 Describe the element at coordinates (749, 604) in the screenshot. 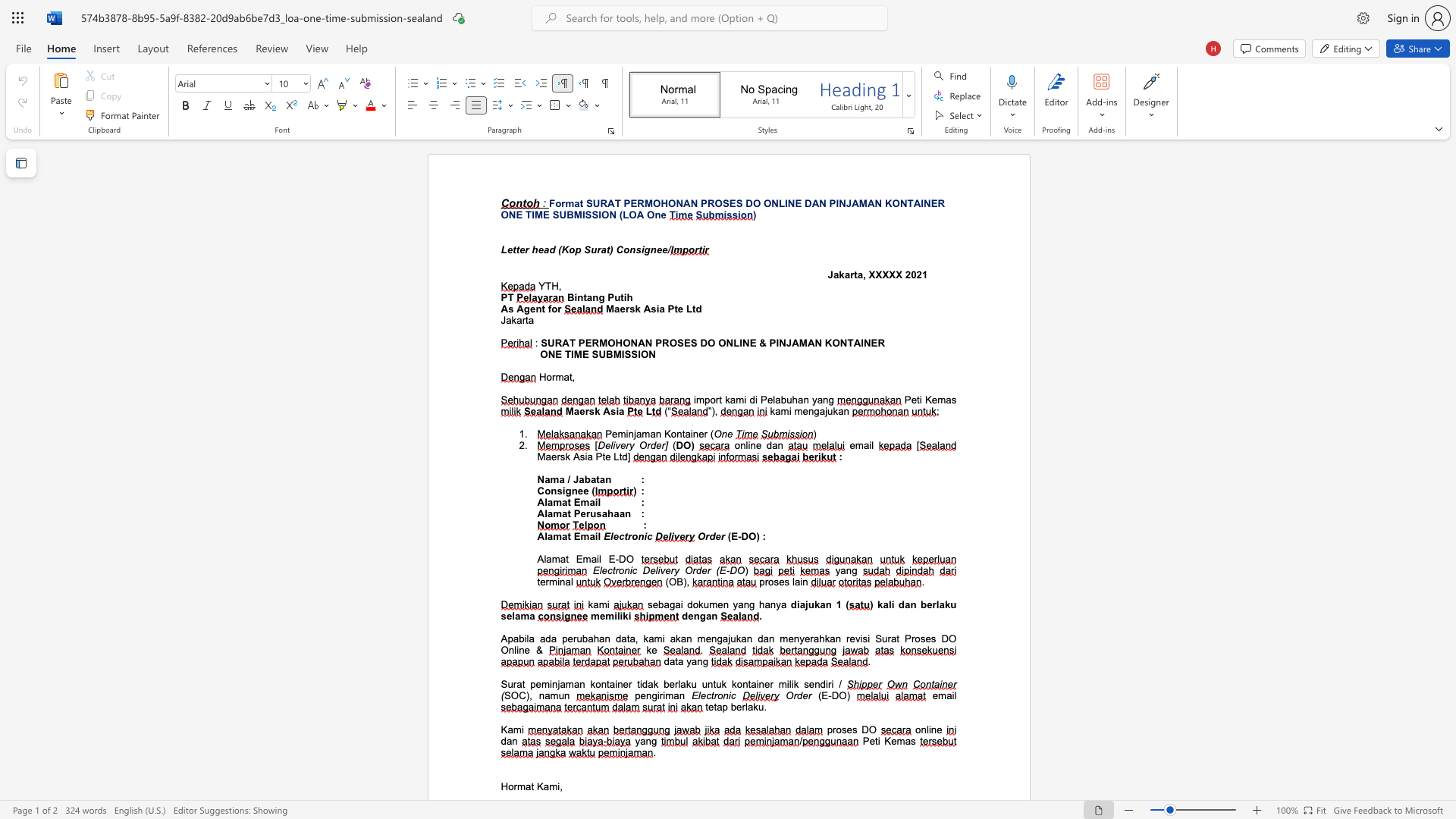

I see `the space between the continuous character "n" and "g" in the text` at that location.